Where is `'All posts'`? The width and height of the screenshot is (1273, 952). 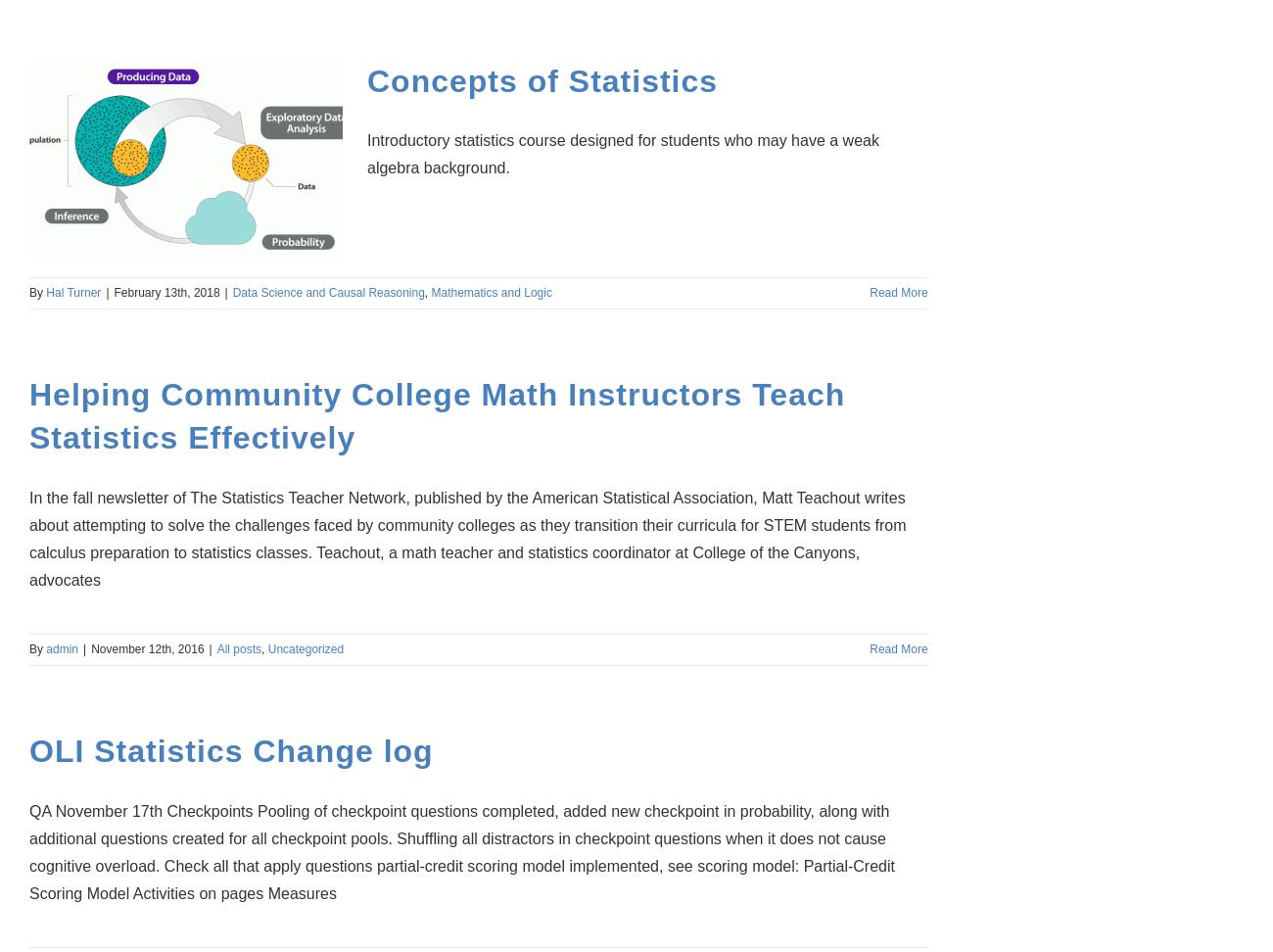
'All posts' is located at coordinates (238, 649).